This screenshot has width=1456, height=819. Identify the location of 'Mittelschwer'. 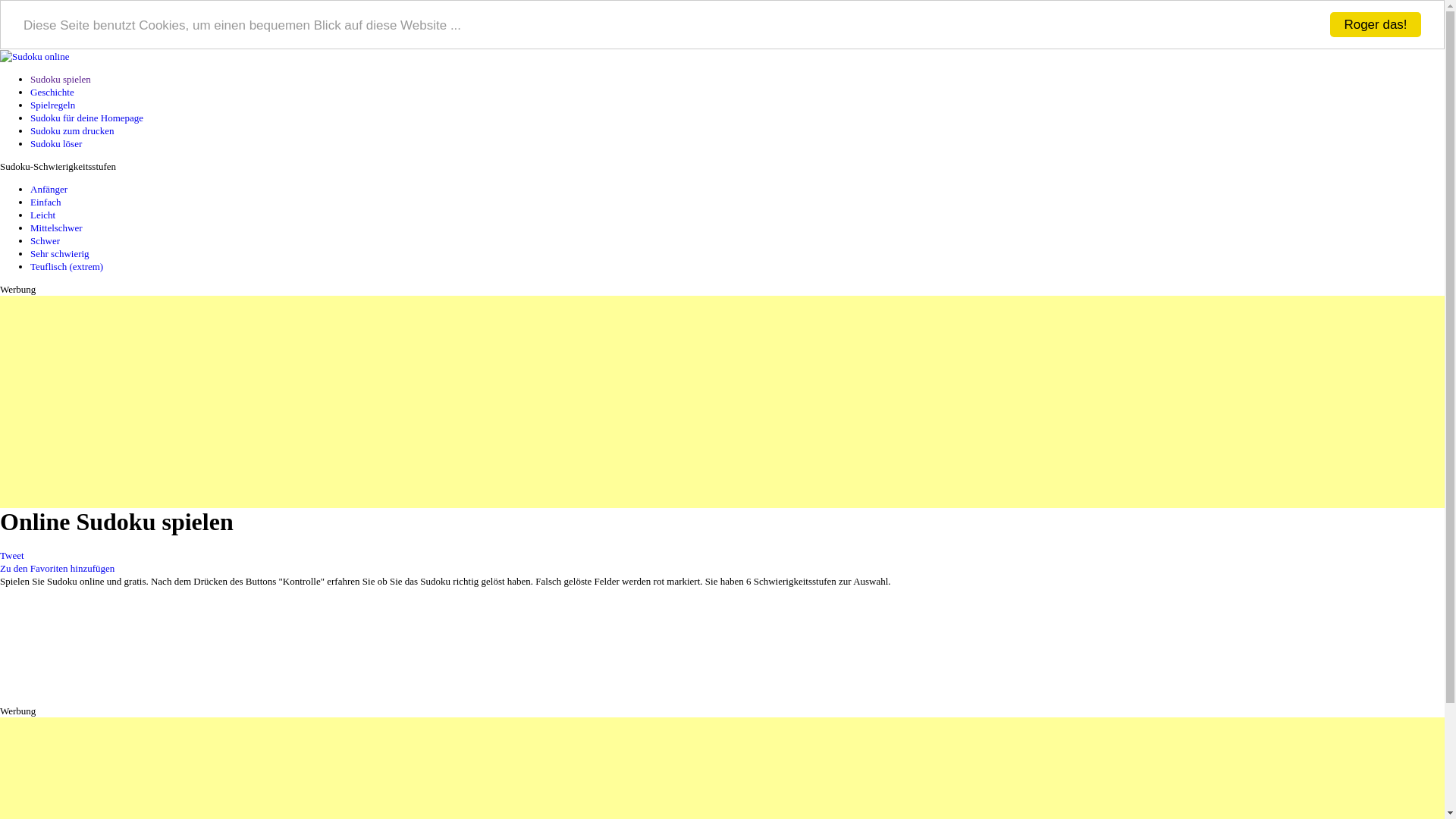
(56, 227).